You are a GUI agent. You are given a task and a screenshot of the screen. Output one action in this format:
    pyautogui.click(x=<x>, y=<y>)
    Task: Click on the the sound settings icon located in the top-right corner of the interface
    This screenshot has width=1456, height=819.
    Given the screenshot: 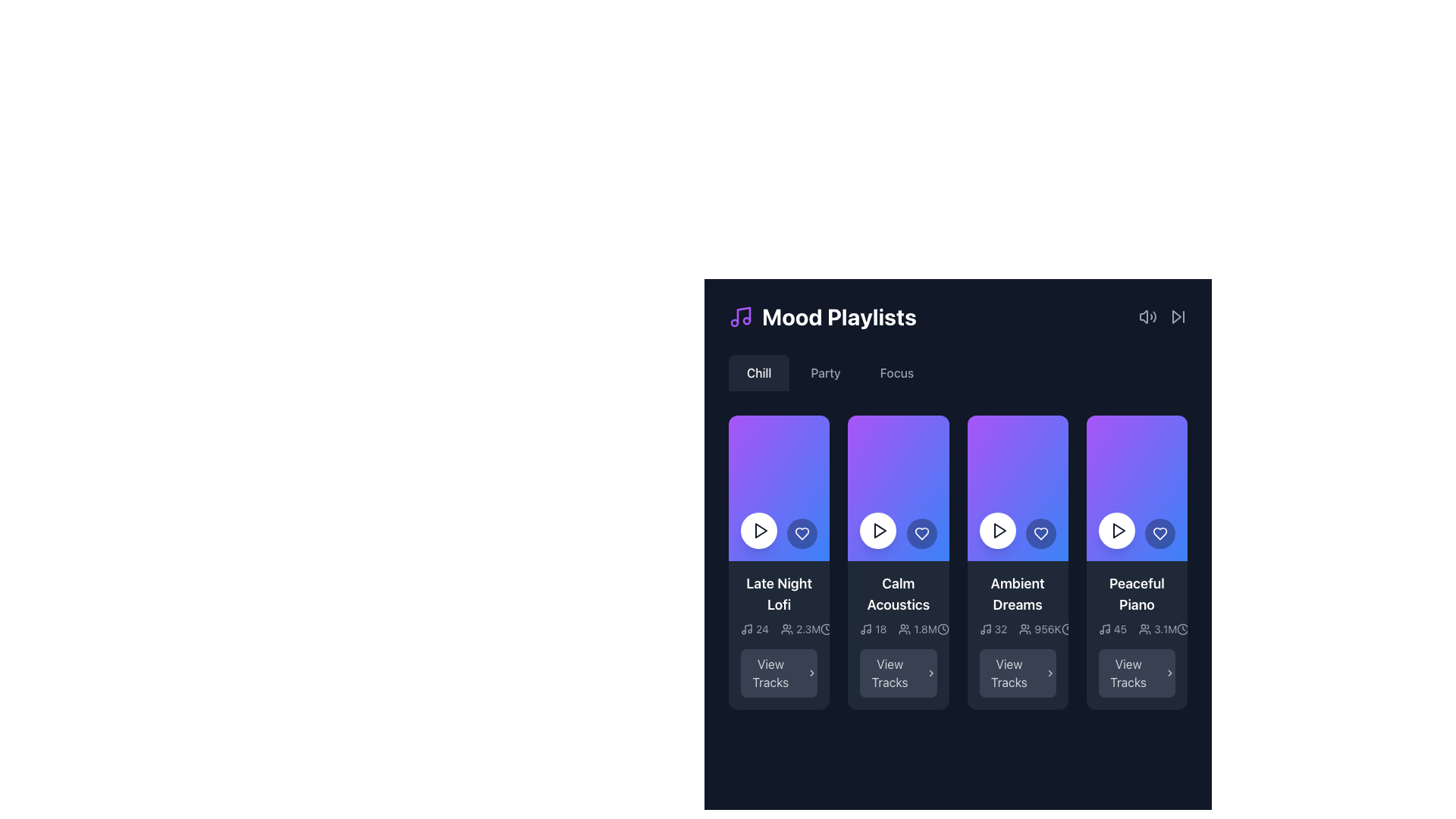 What is the action you would take?
    pyautogui.click(x=1147, y=315)
    